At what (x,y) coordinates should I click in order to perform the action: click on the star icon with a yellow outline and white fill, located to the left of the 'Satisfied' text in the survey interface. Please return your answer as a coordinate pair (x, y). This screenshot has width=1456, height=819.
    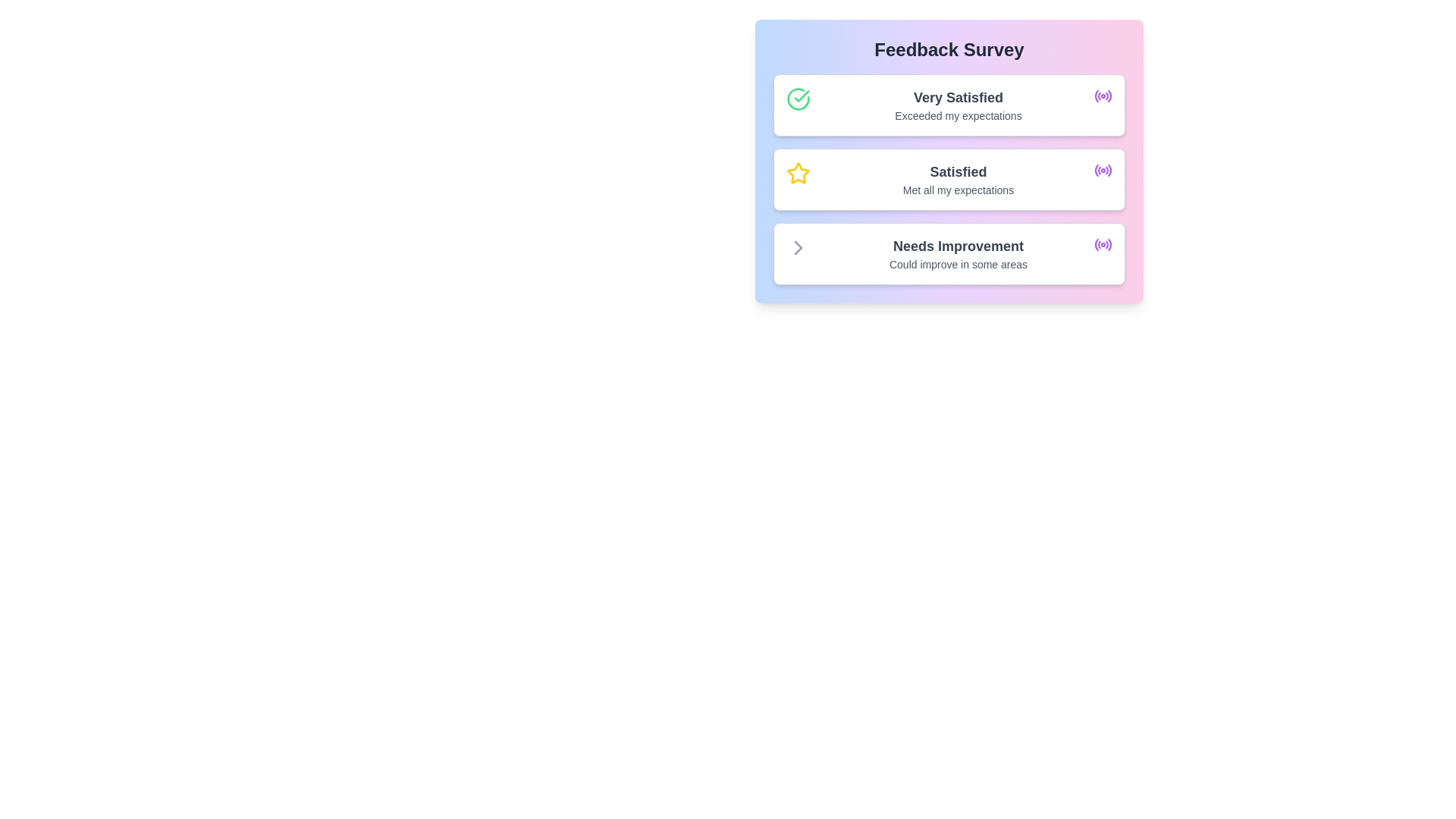
    Looking at the image, I should click on (797, 172).